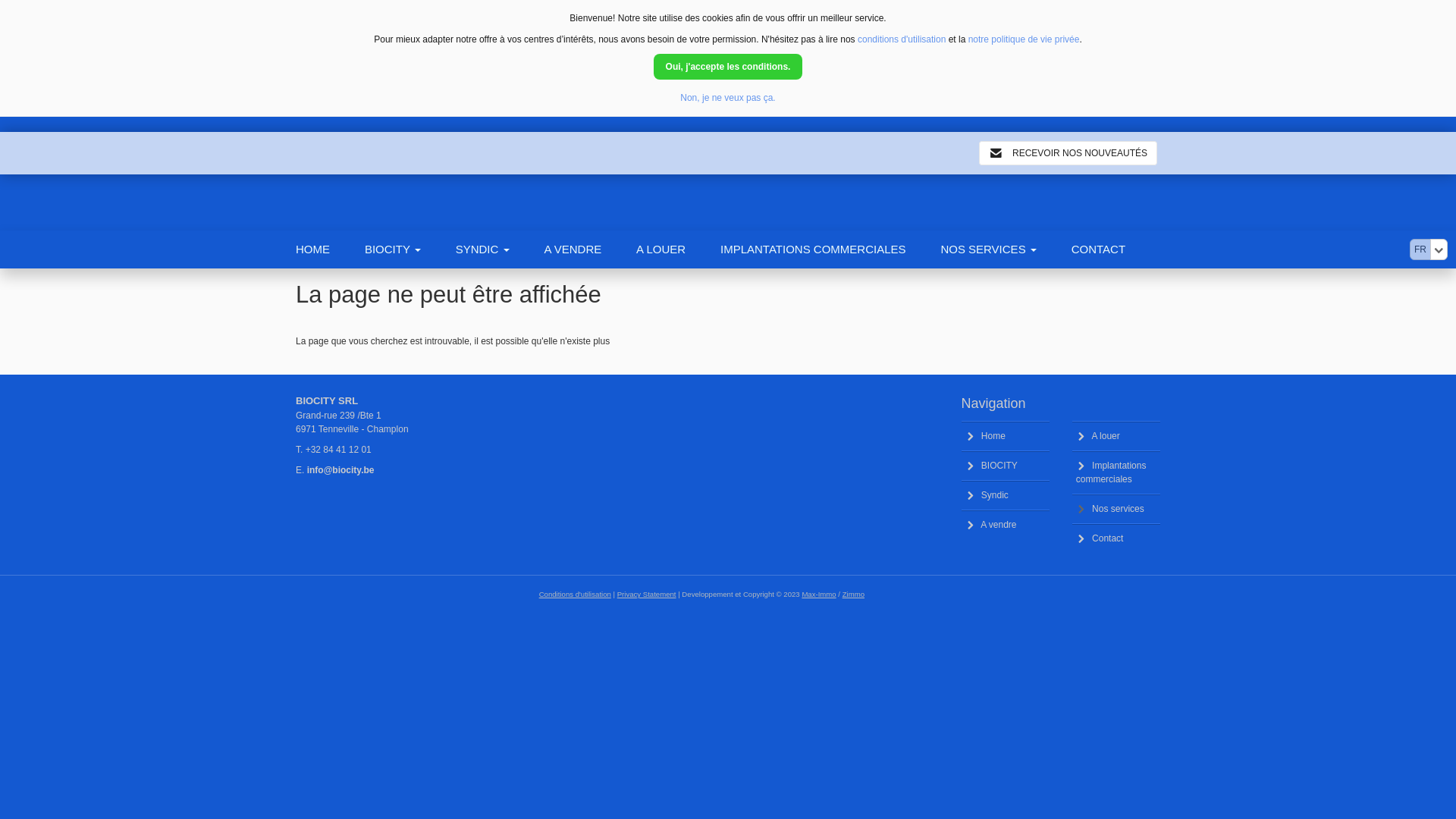 The height and width of the screenshot is (819, 1456). Describe the element at coordinates (329, 248) in the screenshot. I see `'HOME'` at that location.